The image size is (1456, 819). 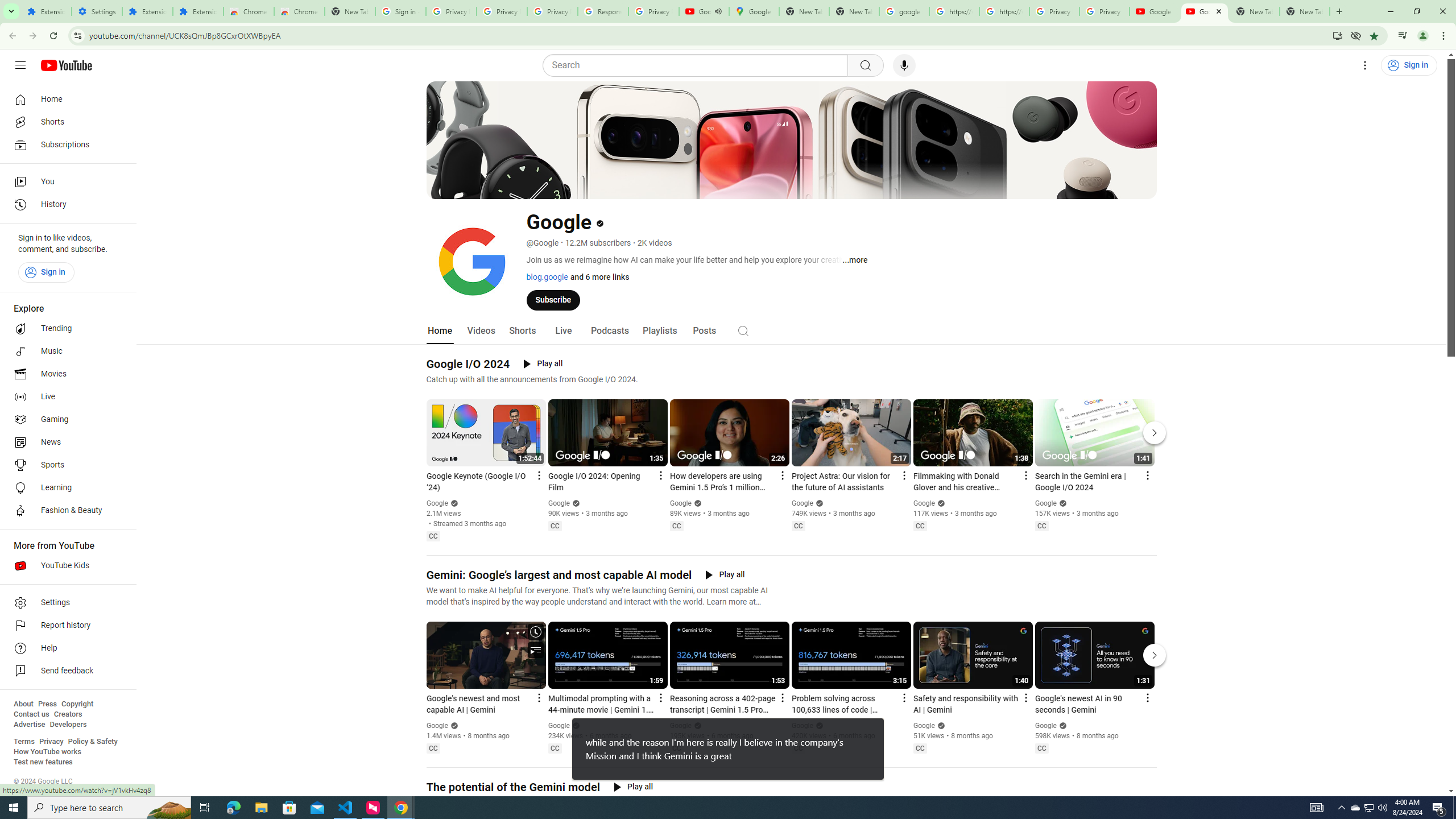 I want to click on 'Install YouTube', so click(x=1337, y=35).